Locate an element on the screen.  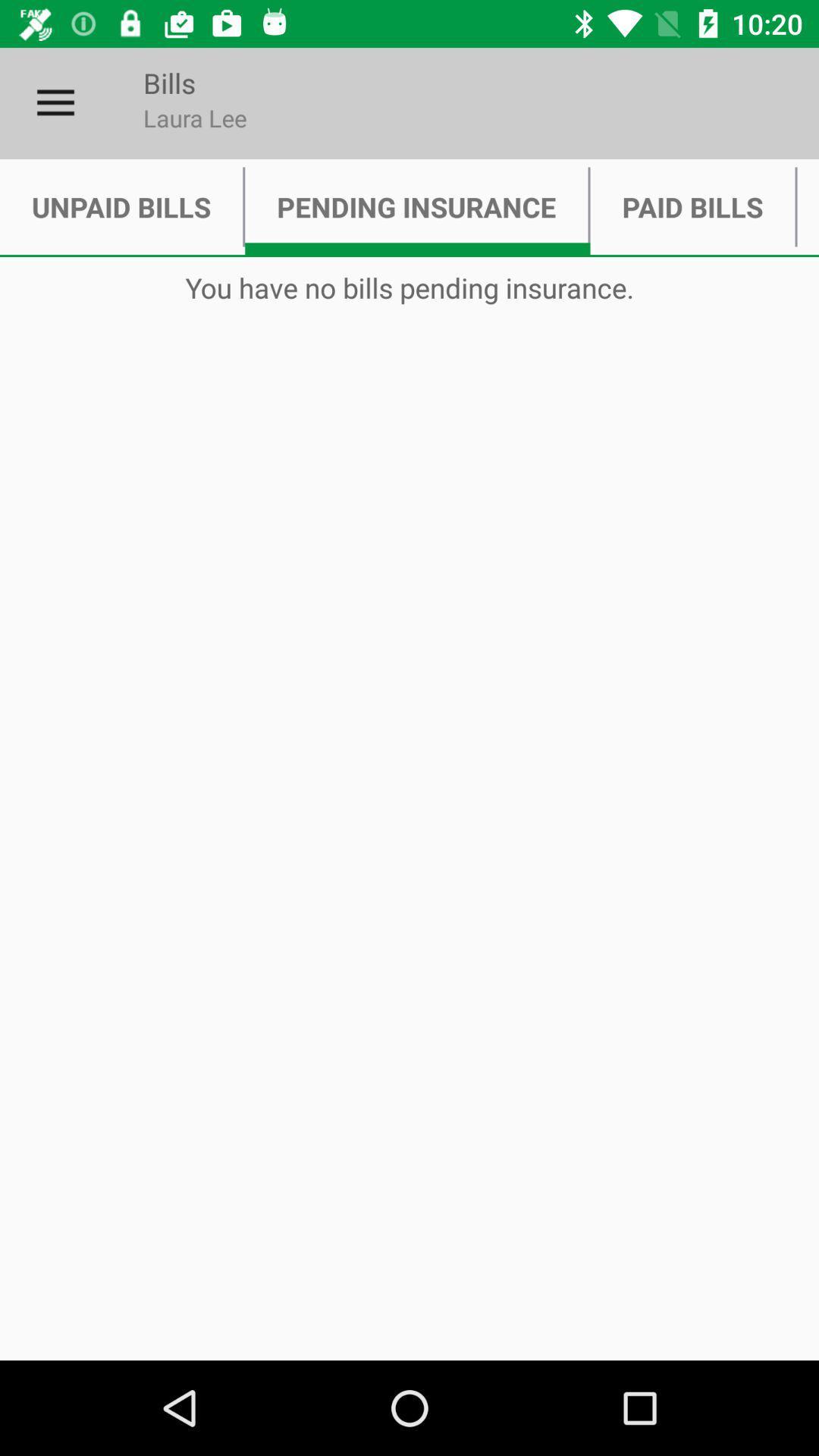
icon to the left of the bills icon is located at coordinates (55, 102).